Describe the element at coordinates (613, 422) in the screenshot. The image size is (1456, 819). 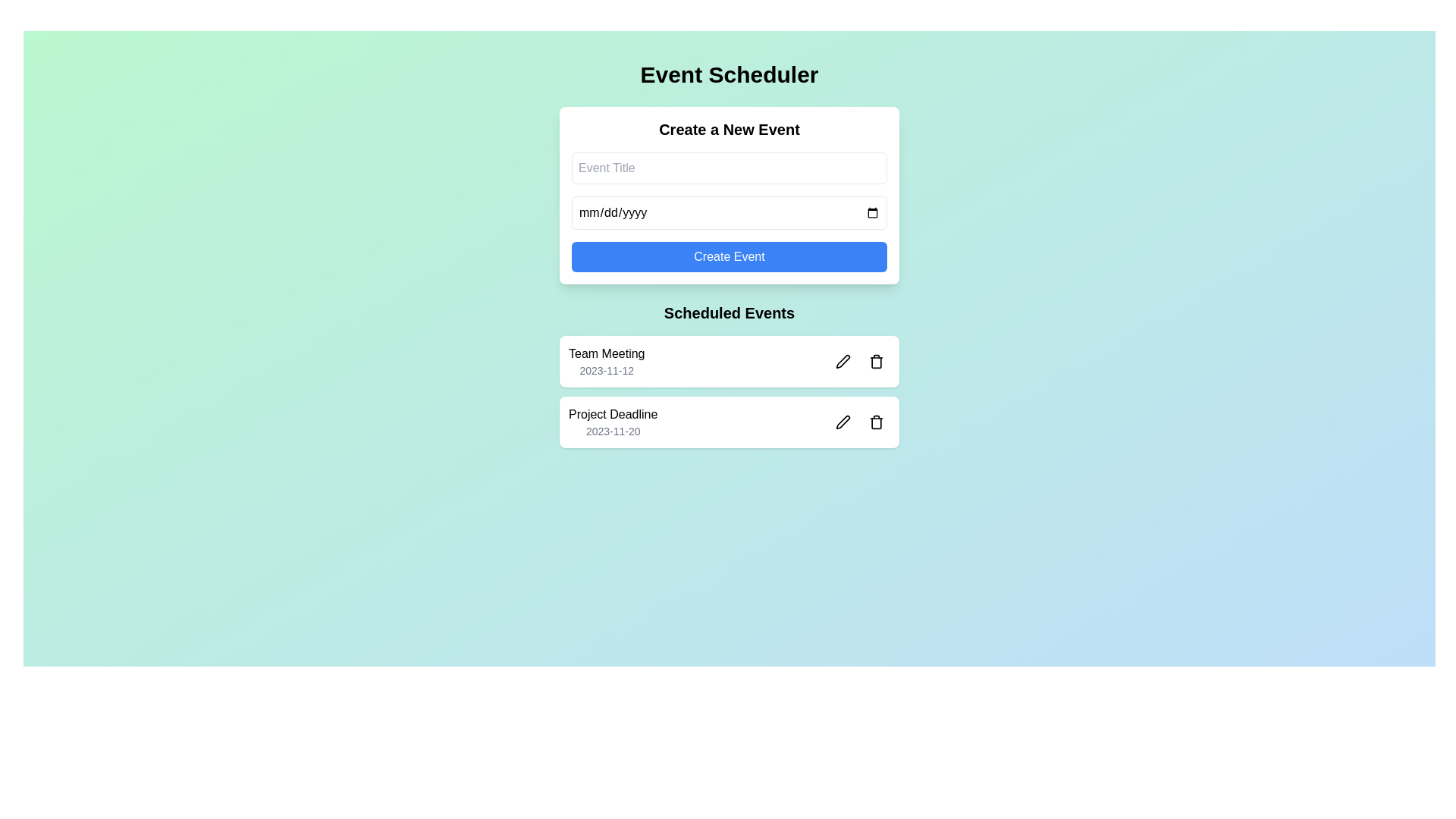
I see `the text label displaying the event name 'Project Deadline' and its associated date '2023-11-20', located in the second row of the 'Scheduled Events' section beneath the 'Team Meeting' entry` at that location.